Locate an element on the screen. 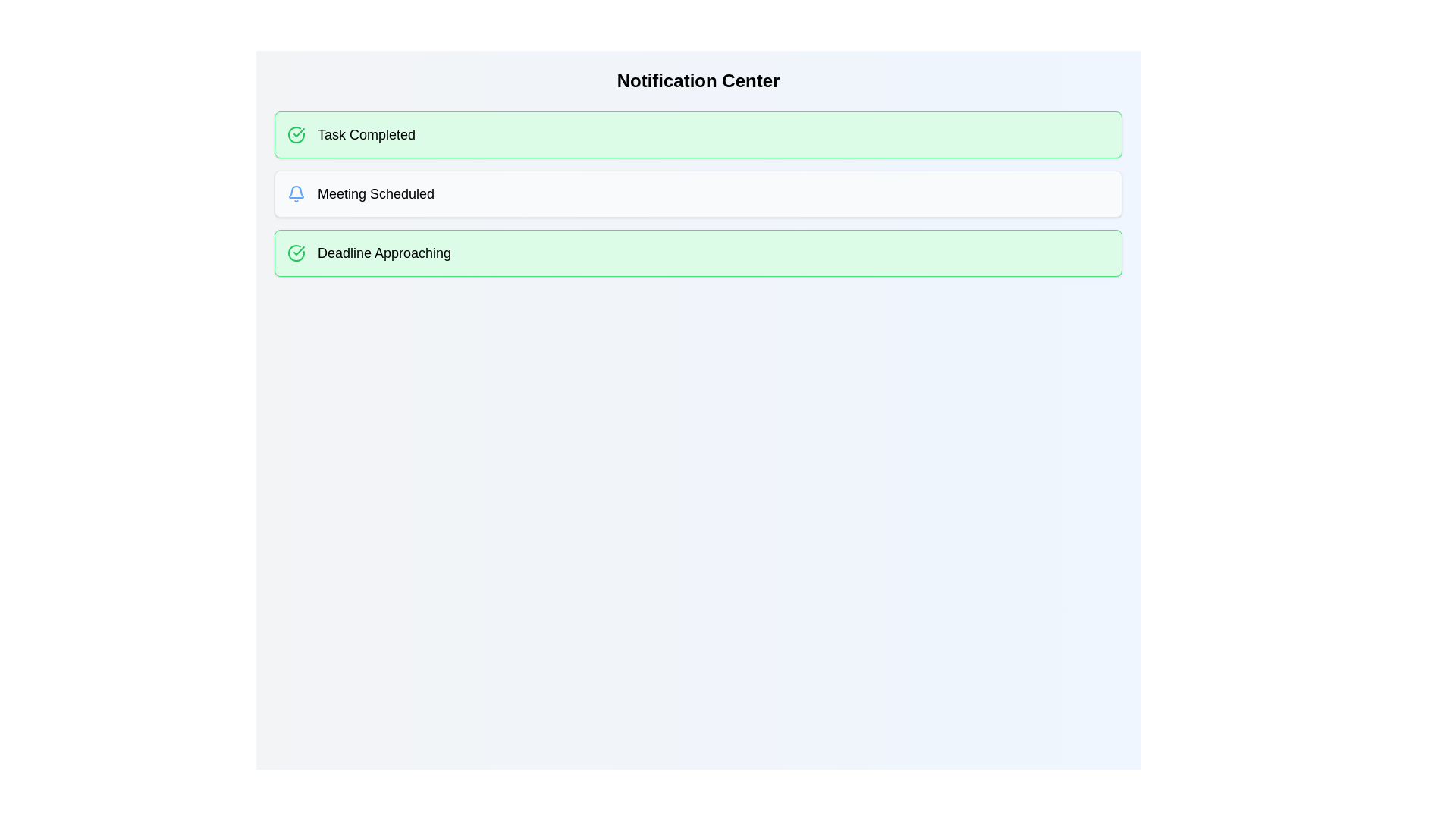 The image size is (1456, 819). the notification chip labeled 'Deadline Approaching' by clicking on it is located at coordinates (698, 253).